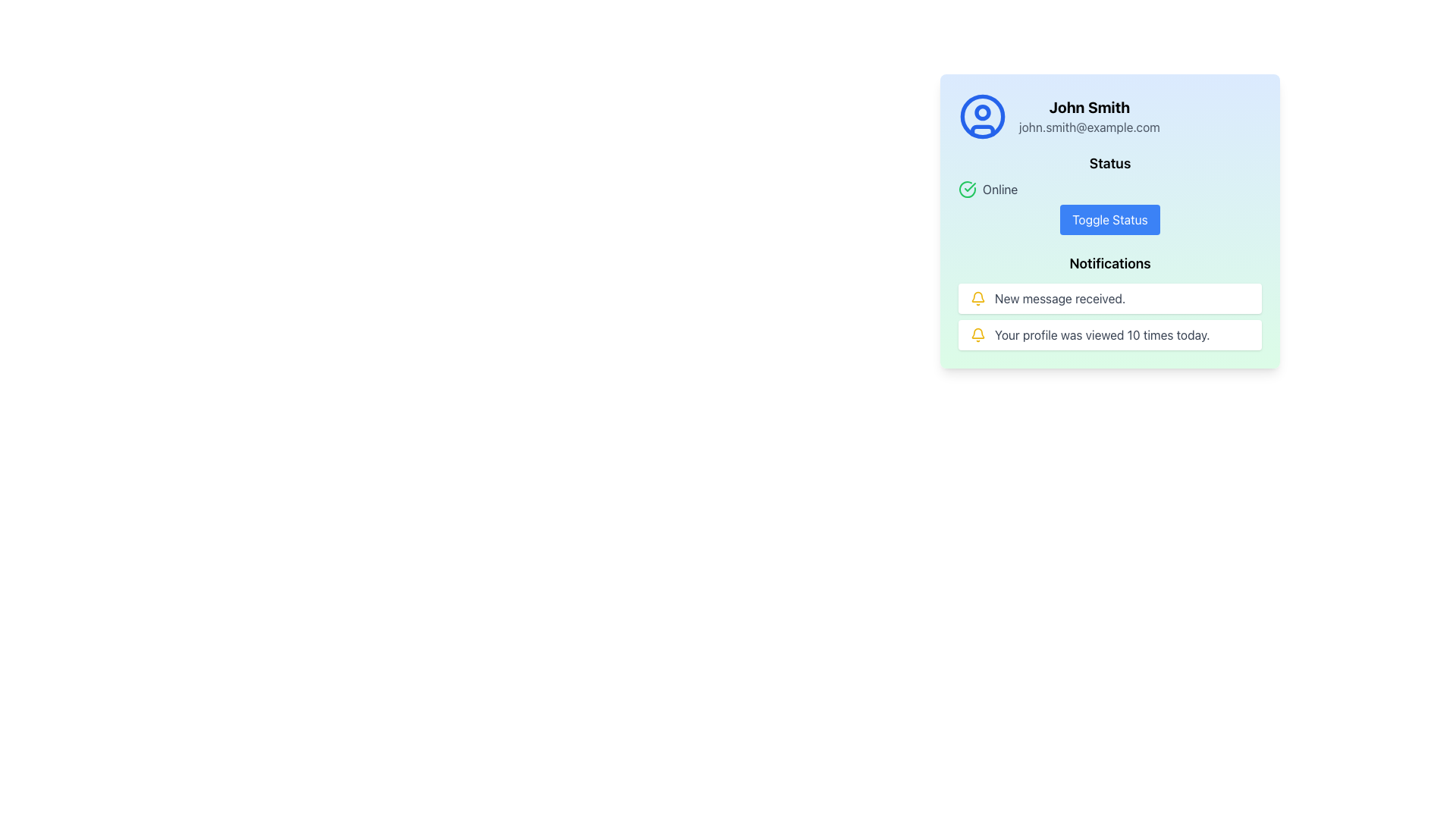 The height and width of the screenshot is (819, 1456). I want to click on the text element displaying 'John Smith' in bold font, which is located in the user information card just below the circular user icon, so click(1088, 107).